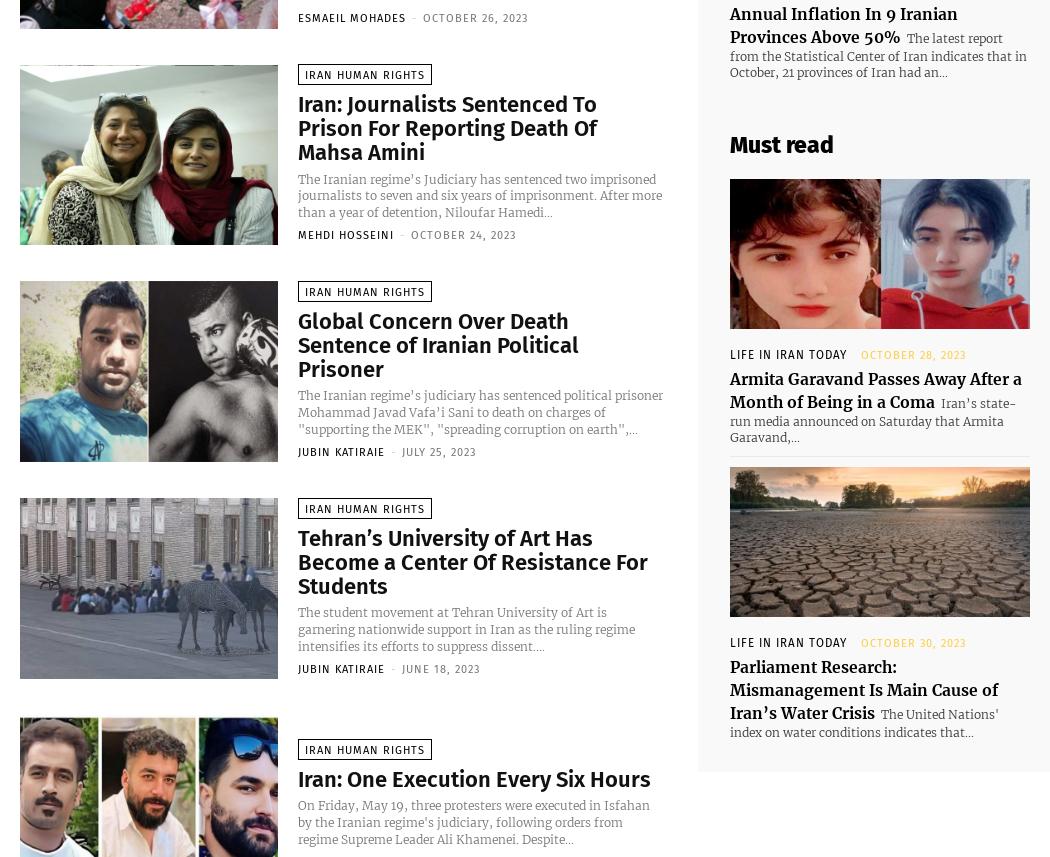  What do you see at coordinates (463, 238) in the screenshot?
I see `'October 24, 2023'` at bounding box center [463, 238].